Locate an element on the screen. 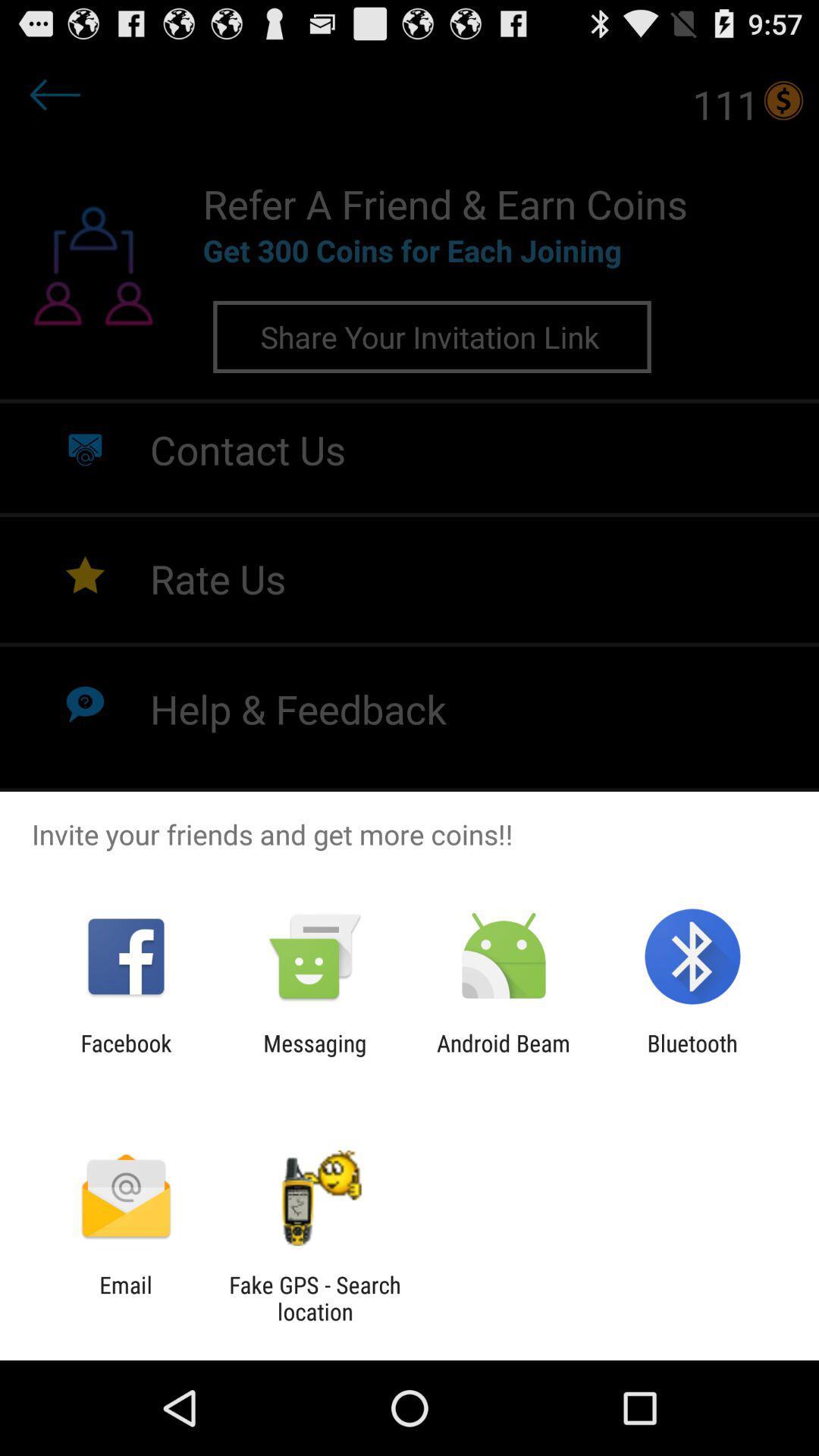  icon next to the messaging is located at coordinates (125, 1056).